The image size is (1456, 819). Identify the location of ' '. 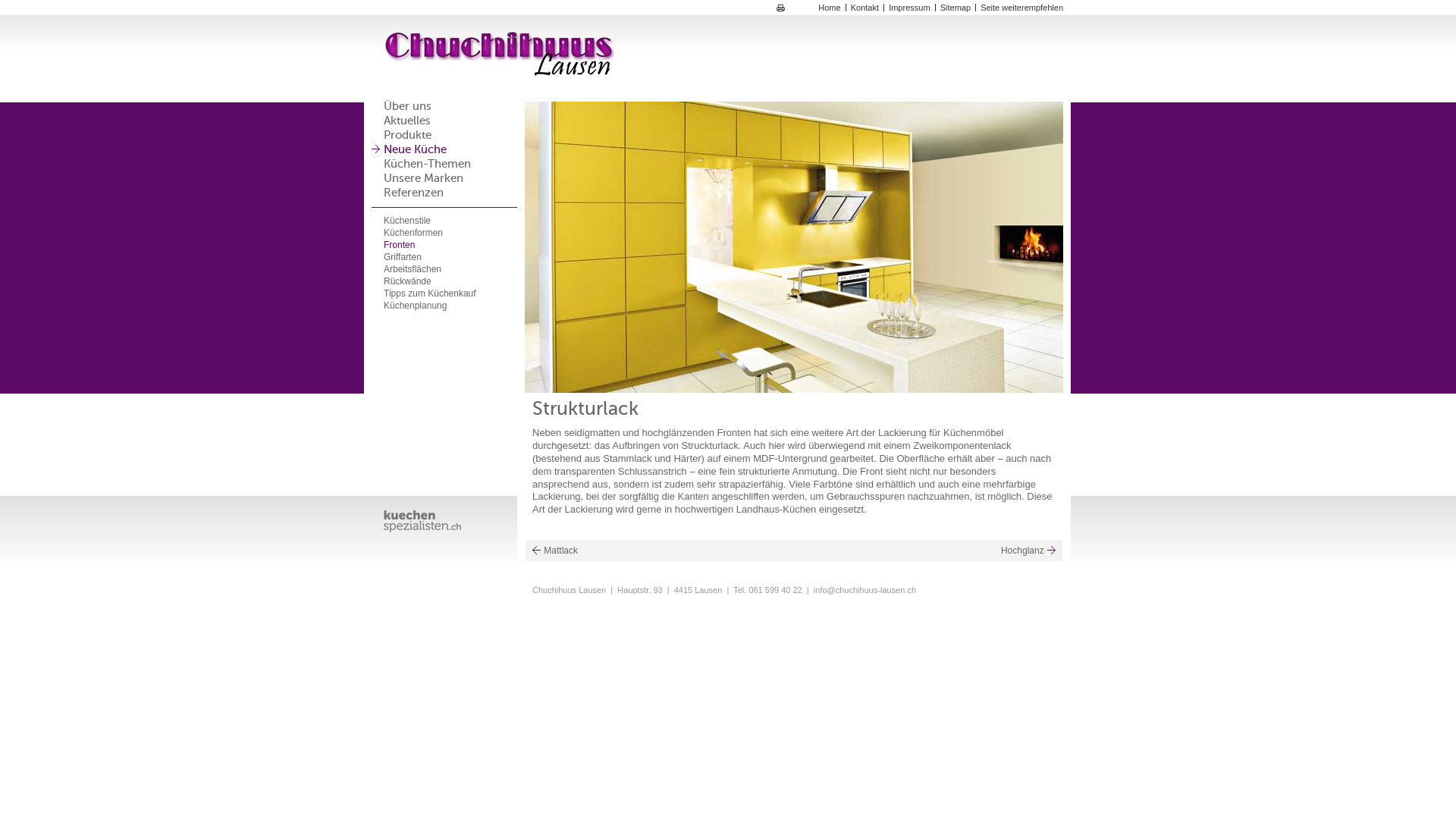
(428, 520).